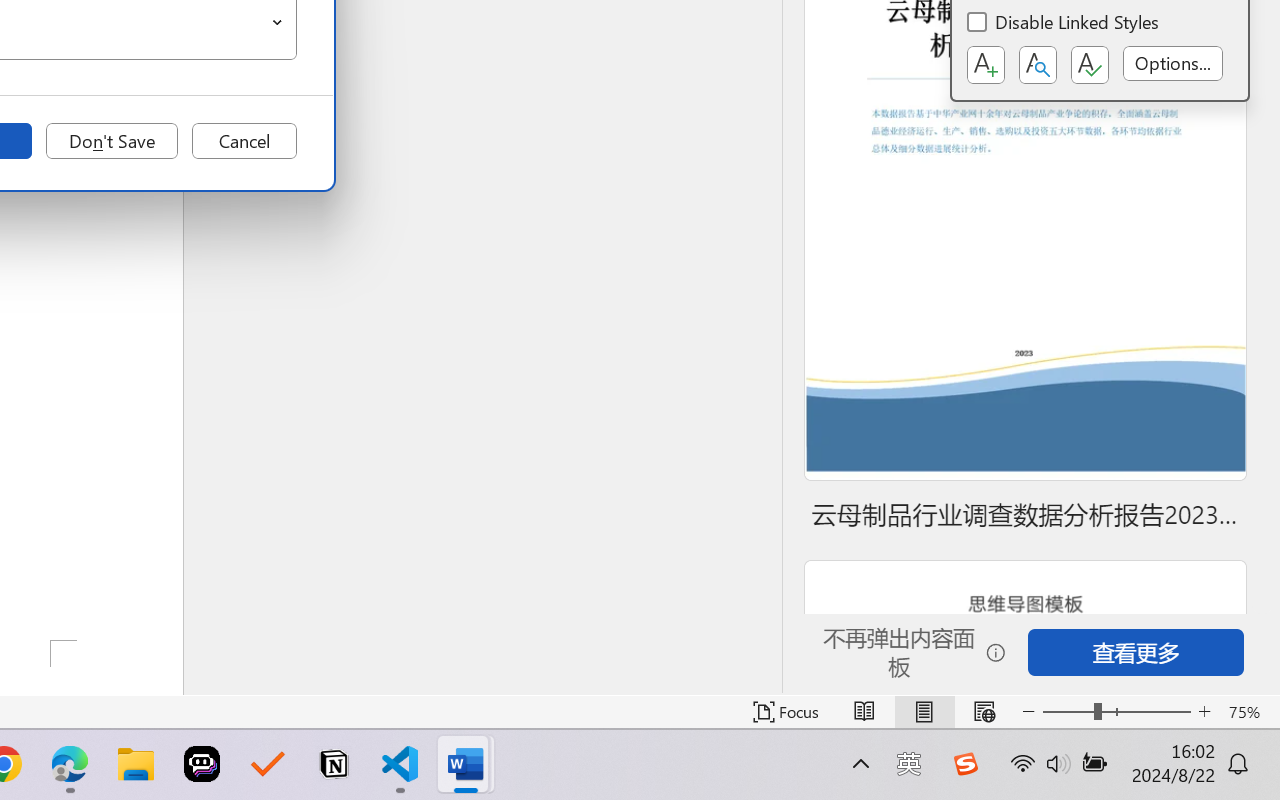 The height and width of the screenshot is (800, 1280). What do you see at coordinates (923, 711) in the screenshot?
I see `'Print Layout'` at bounding box center [923, 711].